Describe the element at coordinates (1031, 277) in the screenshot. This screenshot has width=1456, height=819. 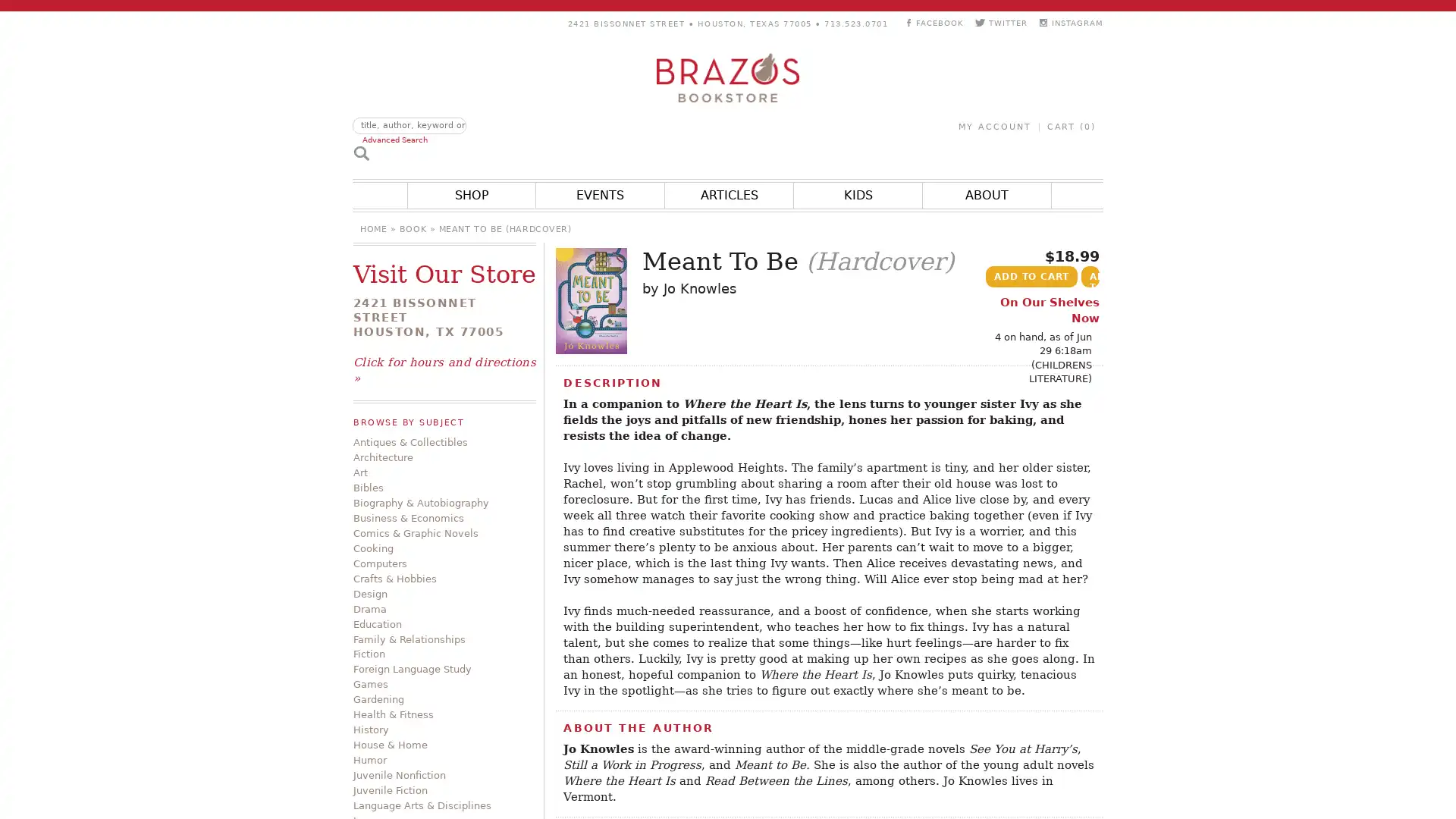
I see `Add to Cart` at that location.